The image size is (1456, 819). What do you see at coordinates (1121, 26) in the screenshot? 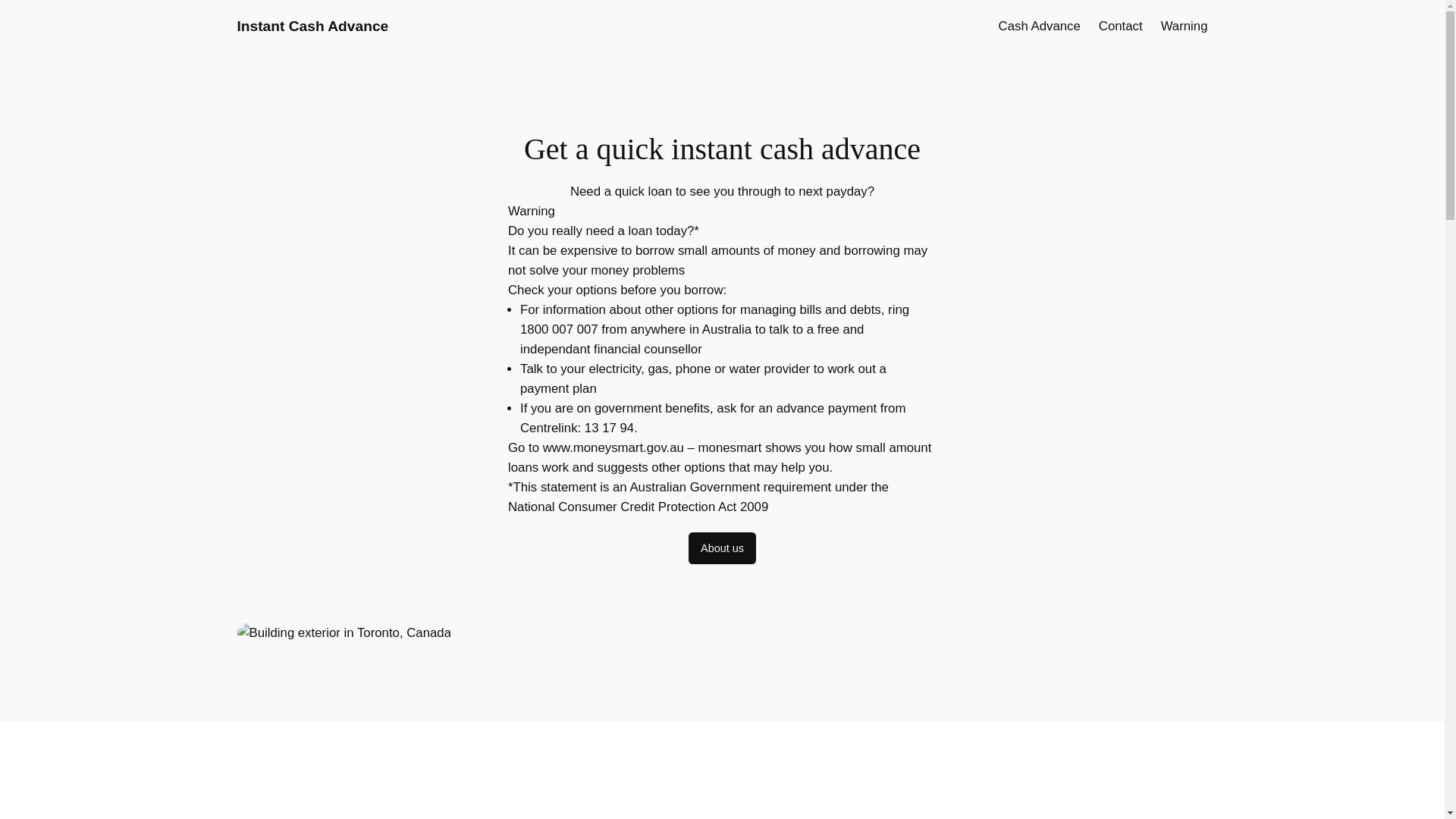
I see `'Contact'` at bounding box center [1121, 26].